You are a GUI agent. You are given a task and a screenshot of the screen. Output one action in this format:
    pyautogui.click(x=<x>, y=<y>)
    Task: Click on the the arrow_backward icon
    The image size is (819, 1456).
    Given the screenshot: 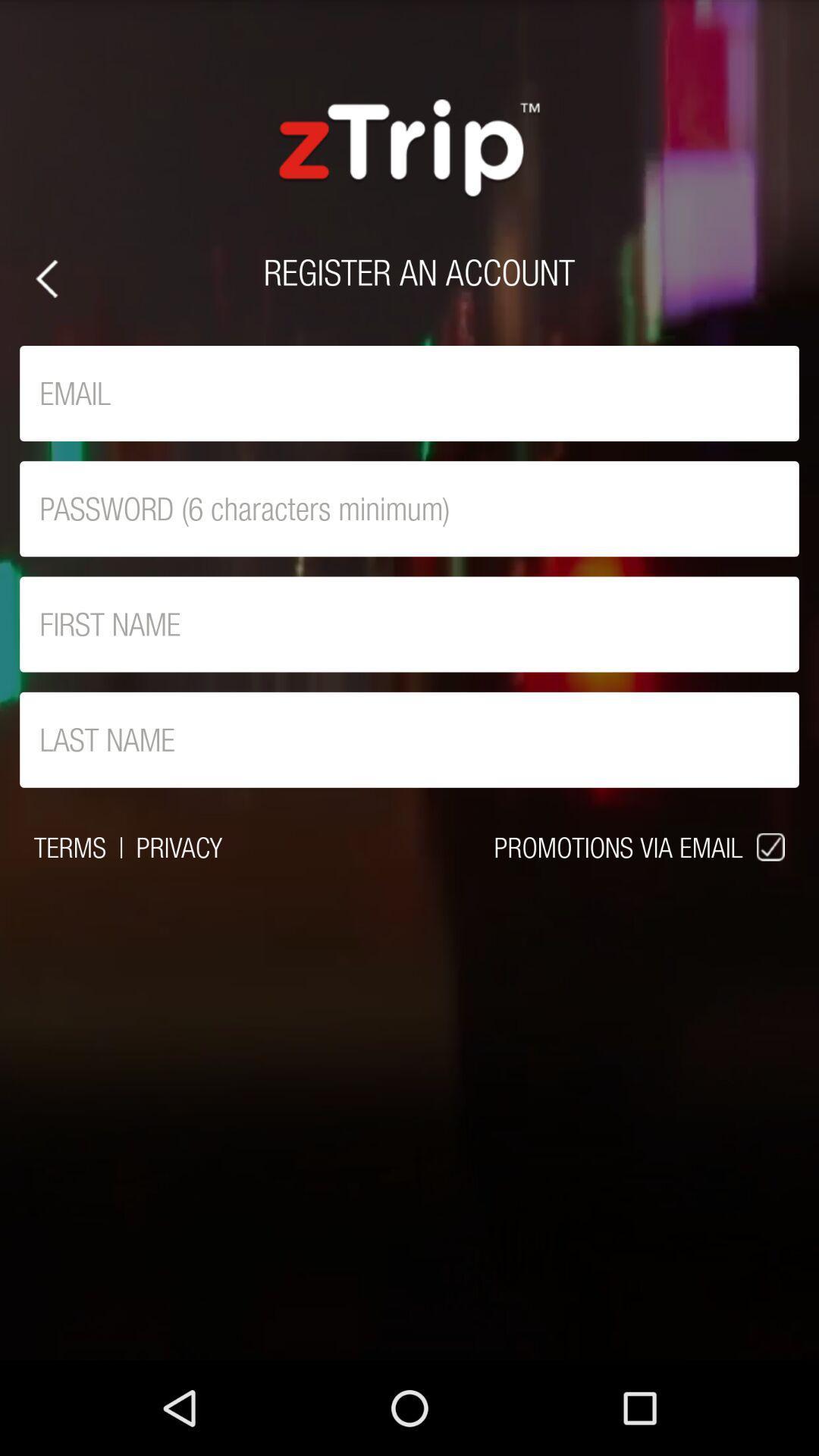 What is the action you would take?
    pyautogui.click(x=45, y=298)
    